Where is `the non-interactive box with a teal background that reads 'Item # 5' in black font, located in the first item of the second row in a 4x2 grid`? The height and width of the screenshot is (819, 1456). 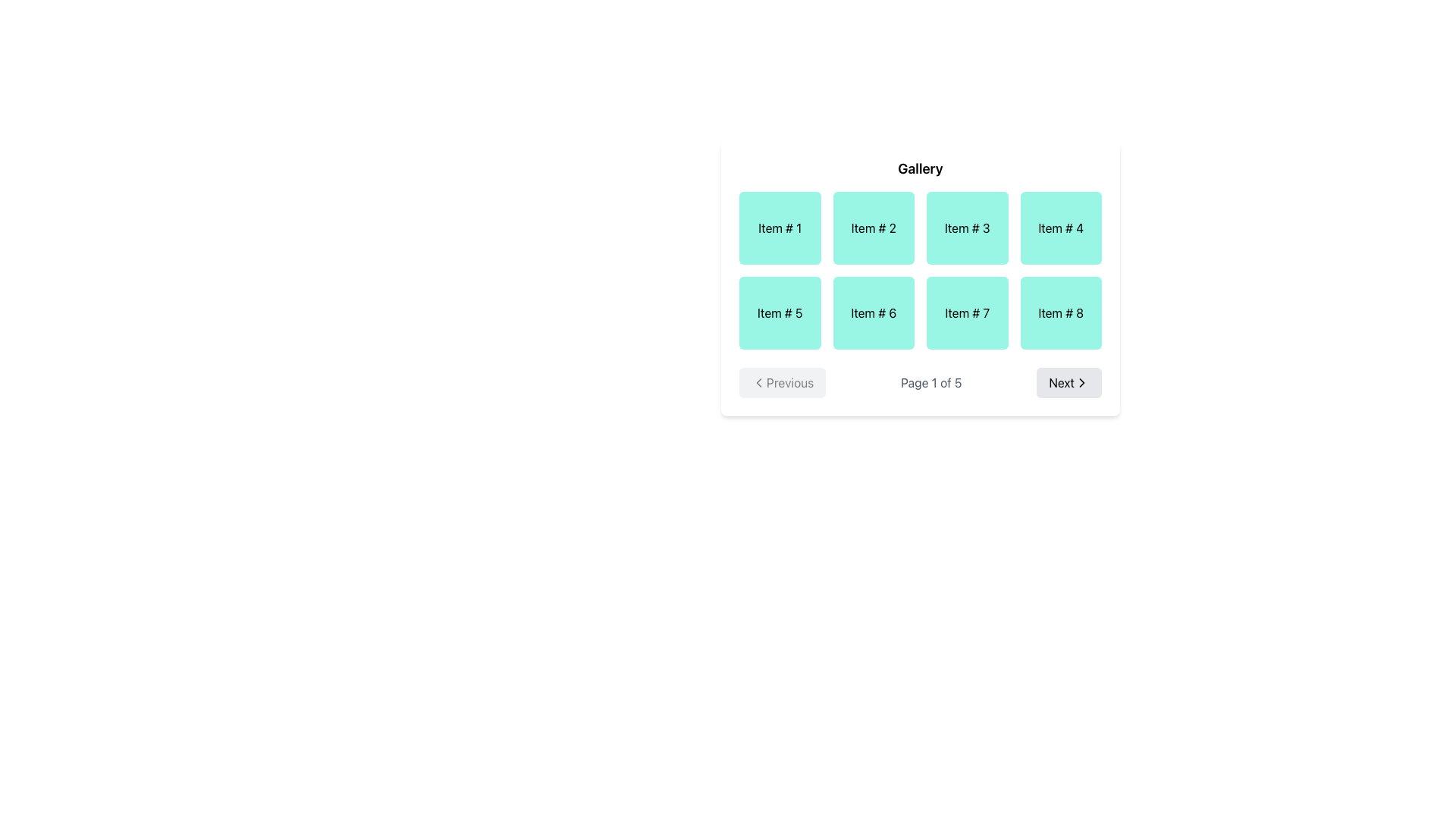 the non-interactive box with a teal background that reads 'Item # 5' in black font, located in the first item of the second row in a 4x2 grid is located at coordinates (780, 312).